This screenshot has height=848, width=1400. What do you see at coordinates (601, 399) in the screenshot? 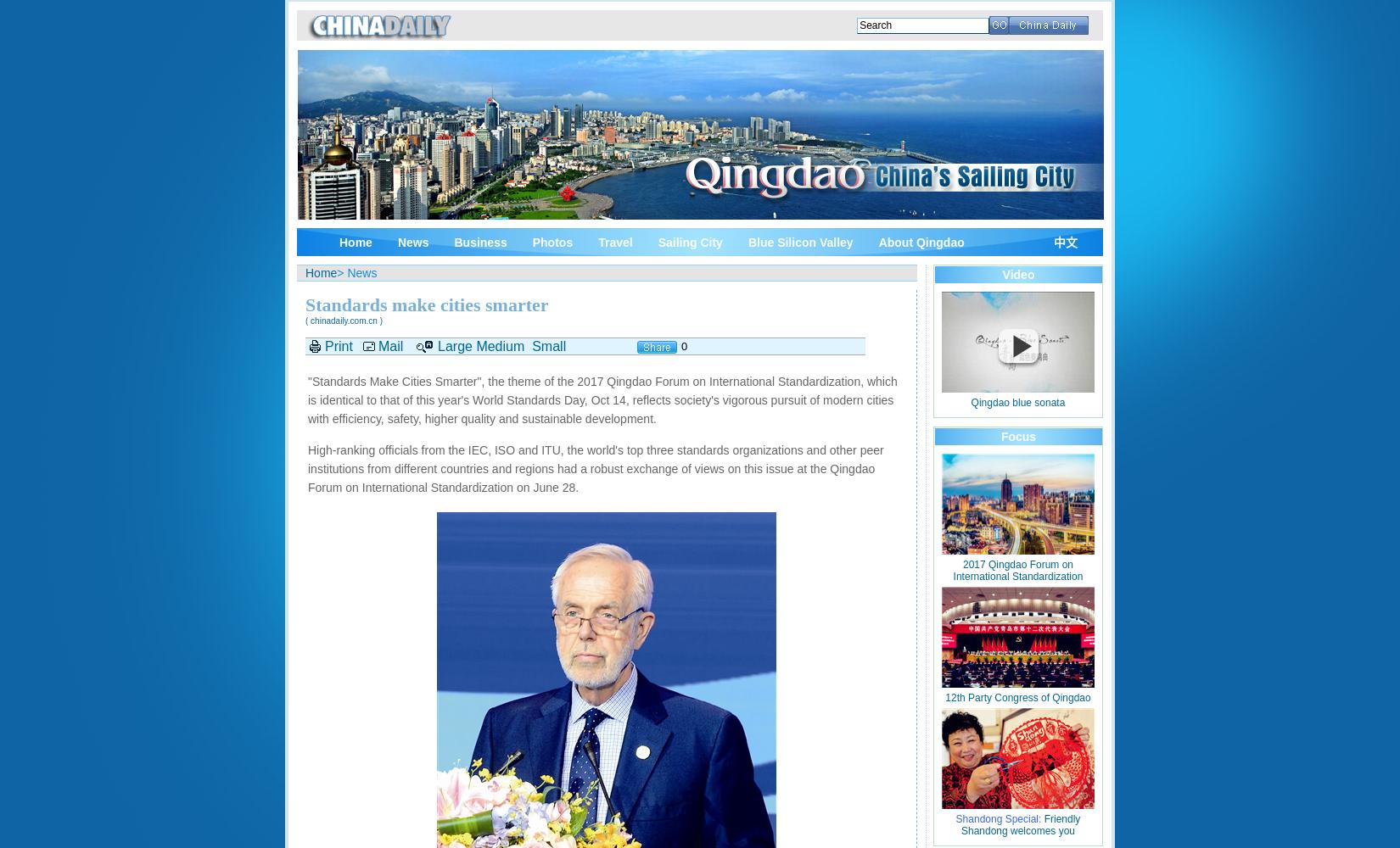
I see `'"Standards Make Cities Smarter", the theme of the 2017 Qingdao Forum on International Standardization, which is identical to that of this year's World Standards Day, Oct 14, reflects society's vigorous pursuit of modern cities with efficiency, safety, higher quality and sustainable development.'` at bounding box center [601, 399].